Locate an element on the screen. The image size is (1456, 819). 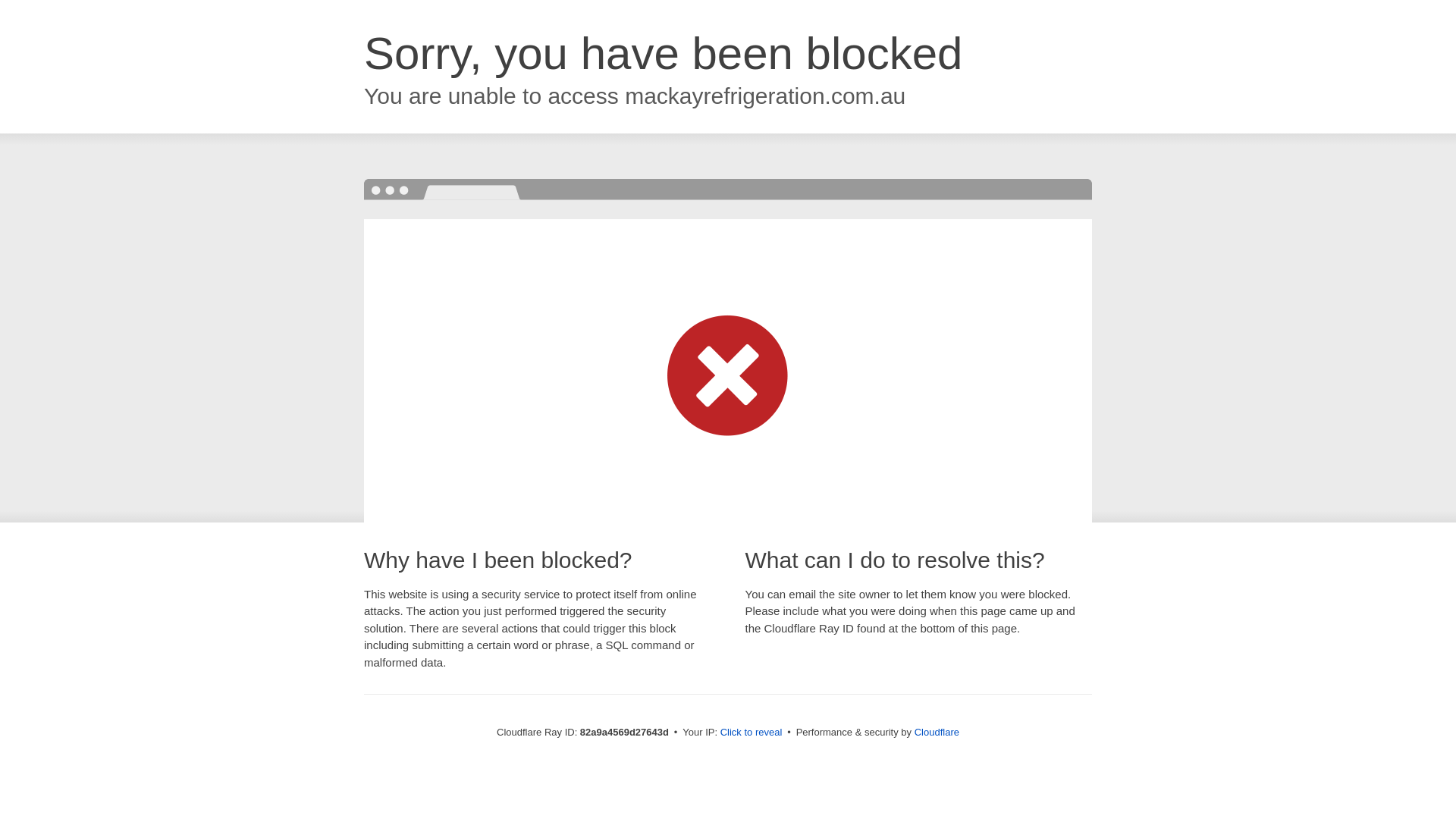
'Click to reveal' is located at coordinates (751, 731).